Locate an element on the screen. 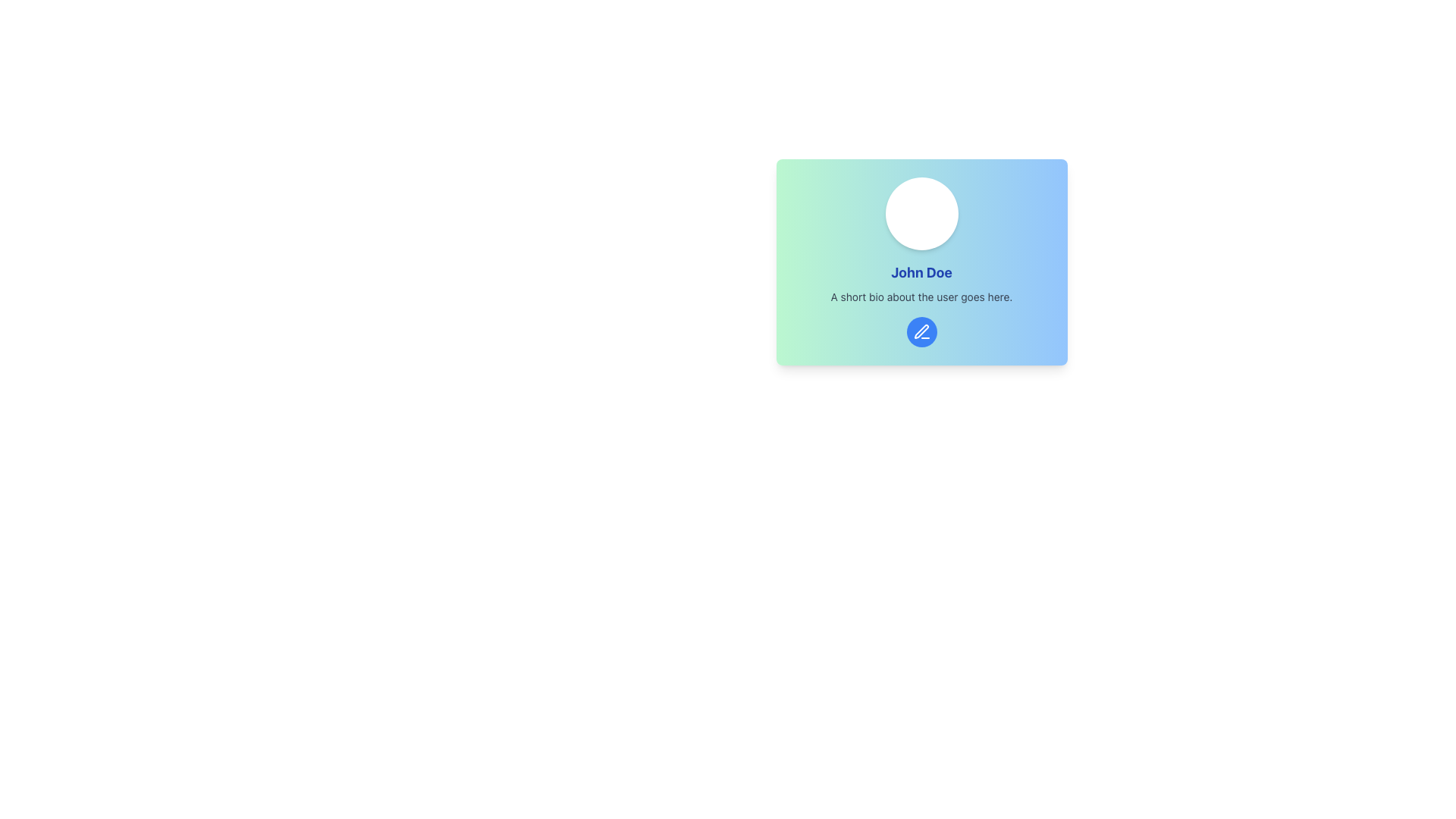 This screenshot has width=1456, height=819. the pen icon within the circular blue button located under the text 'A short bio about the user goes here' on the user card is located at coordinates (921, 331).